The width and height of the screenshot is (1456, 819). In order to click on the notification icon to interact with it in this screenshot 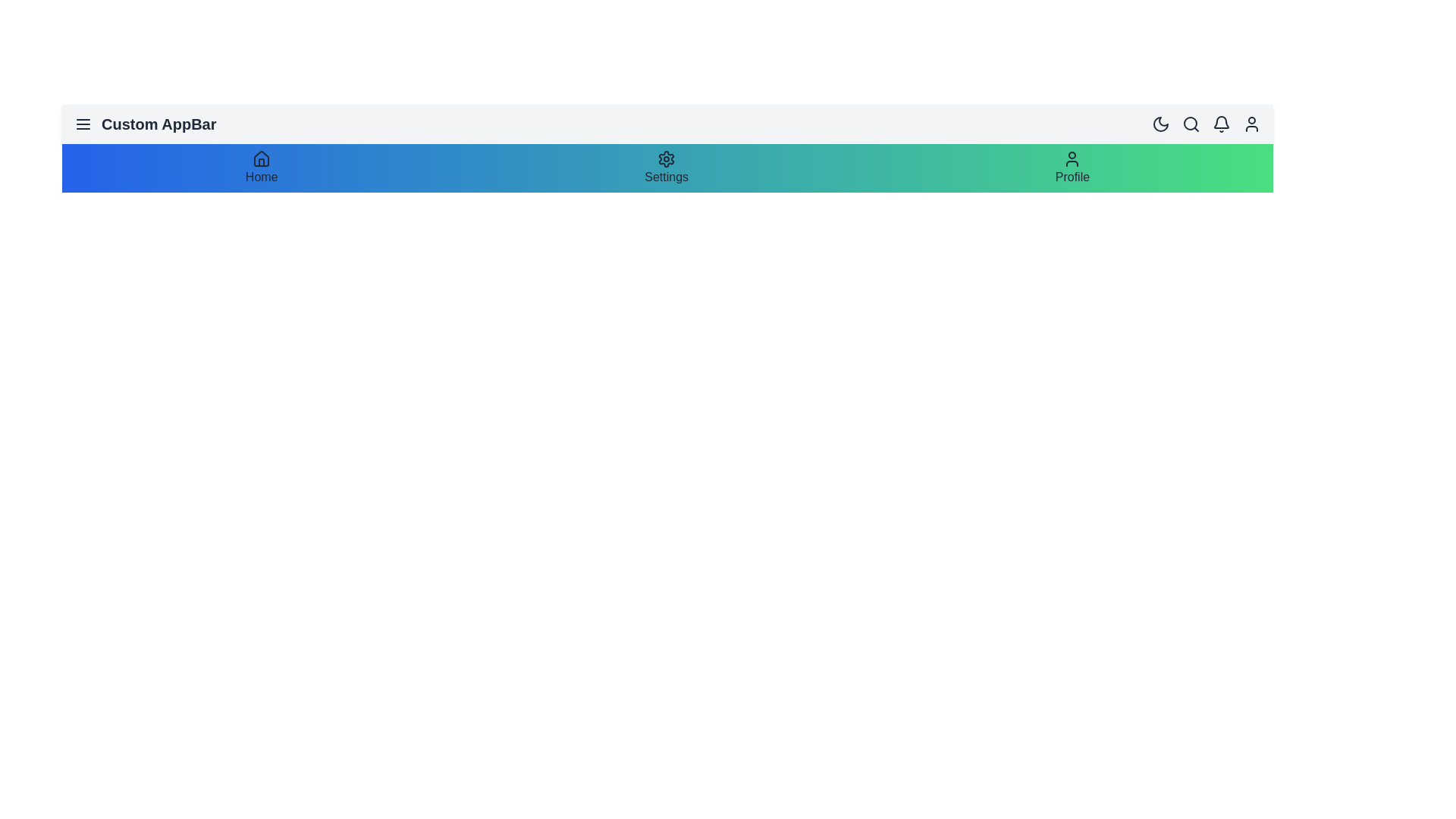, I will do `click(1222, 124)`.